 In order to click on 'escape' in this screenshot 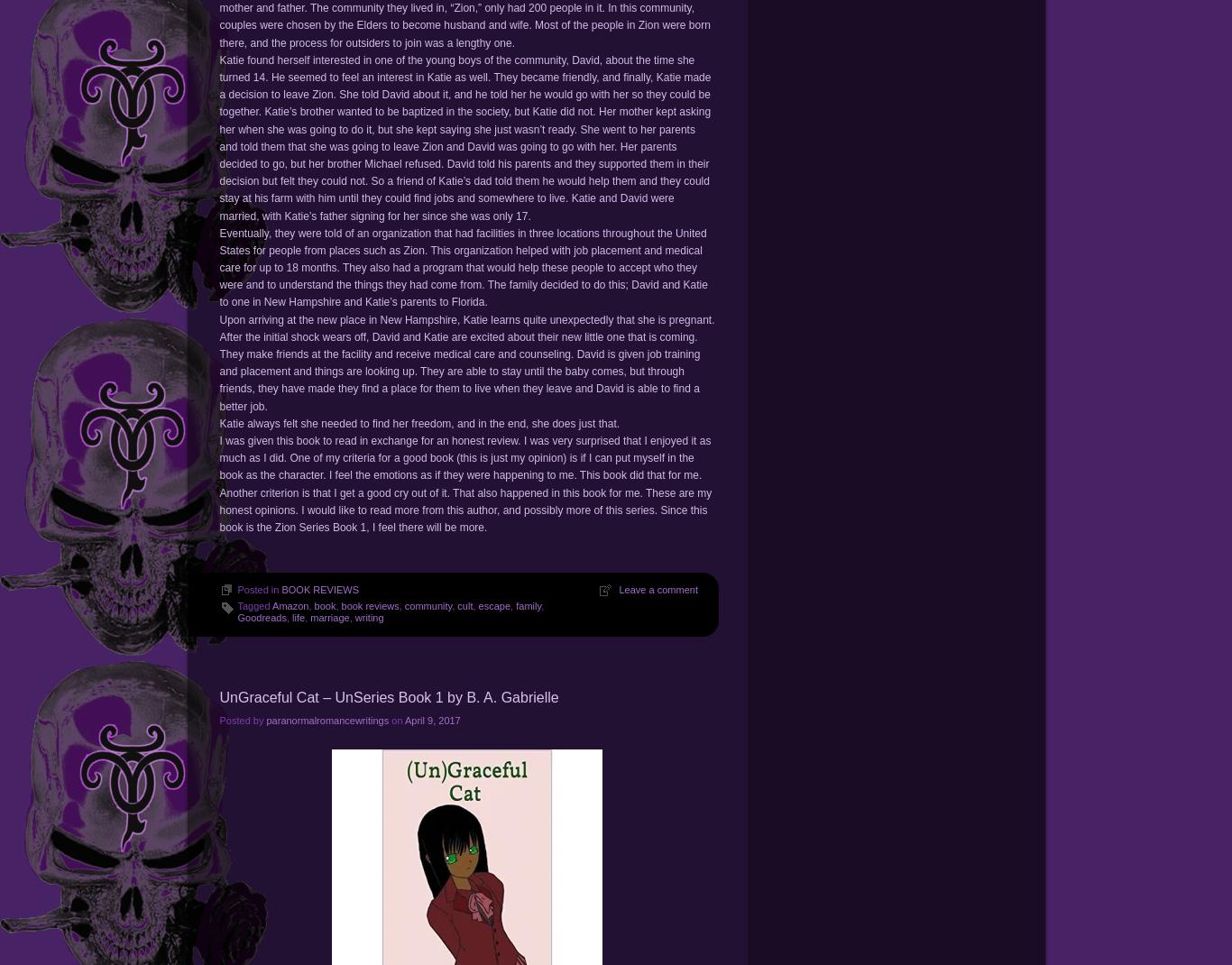, I will do `click(494, 605)`.